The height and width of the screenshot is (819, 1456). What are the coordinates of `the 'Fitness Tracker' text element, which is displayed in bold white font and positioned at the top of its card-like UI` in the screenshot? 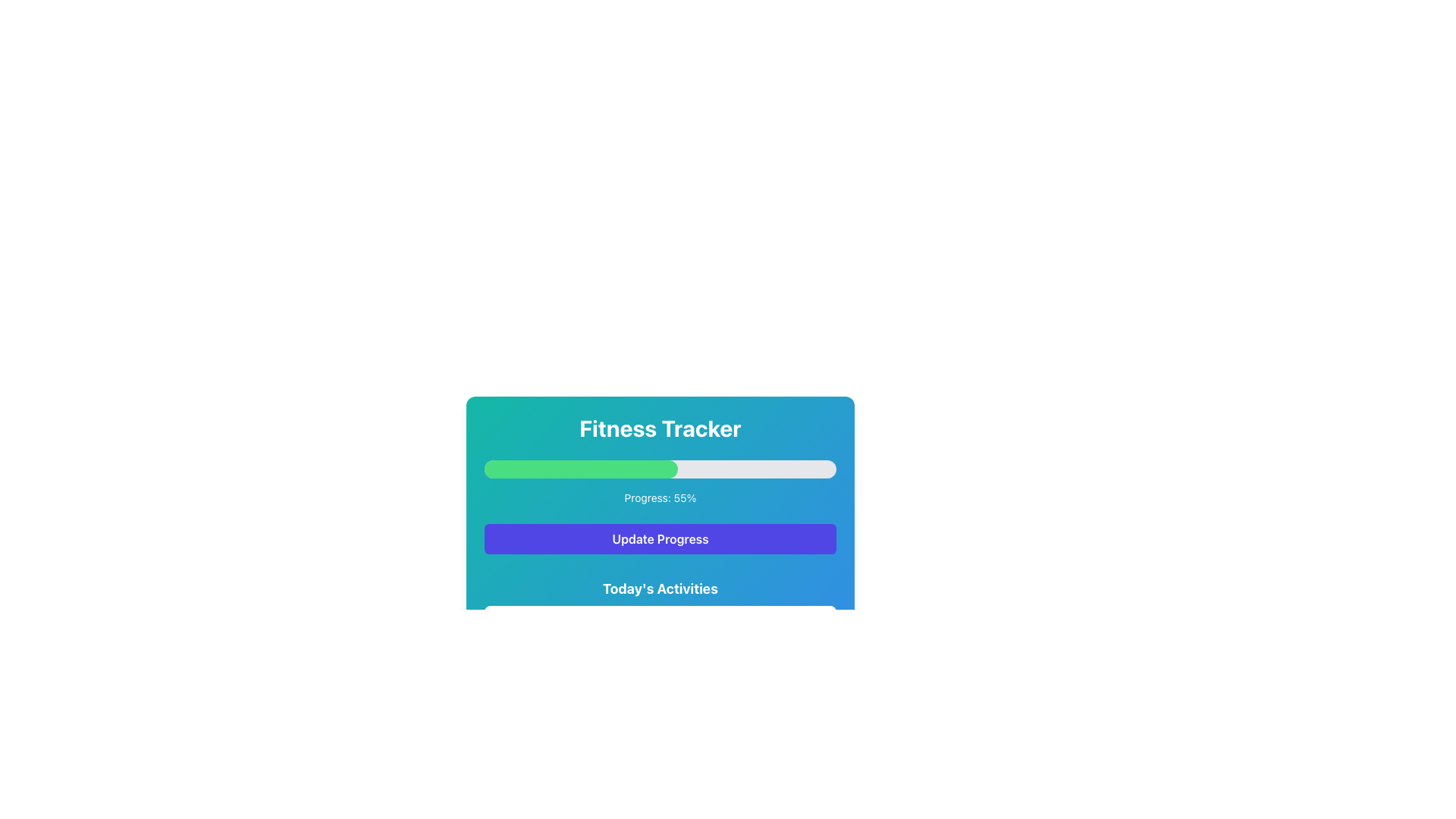 It's located at (660, 428).